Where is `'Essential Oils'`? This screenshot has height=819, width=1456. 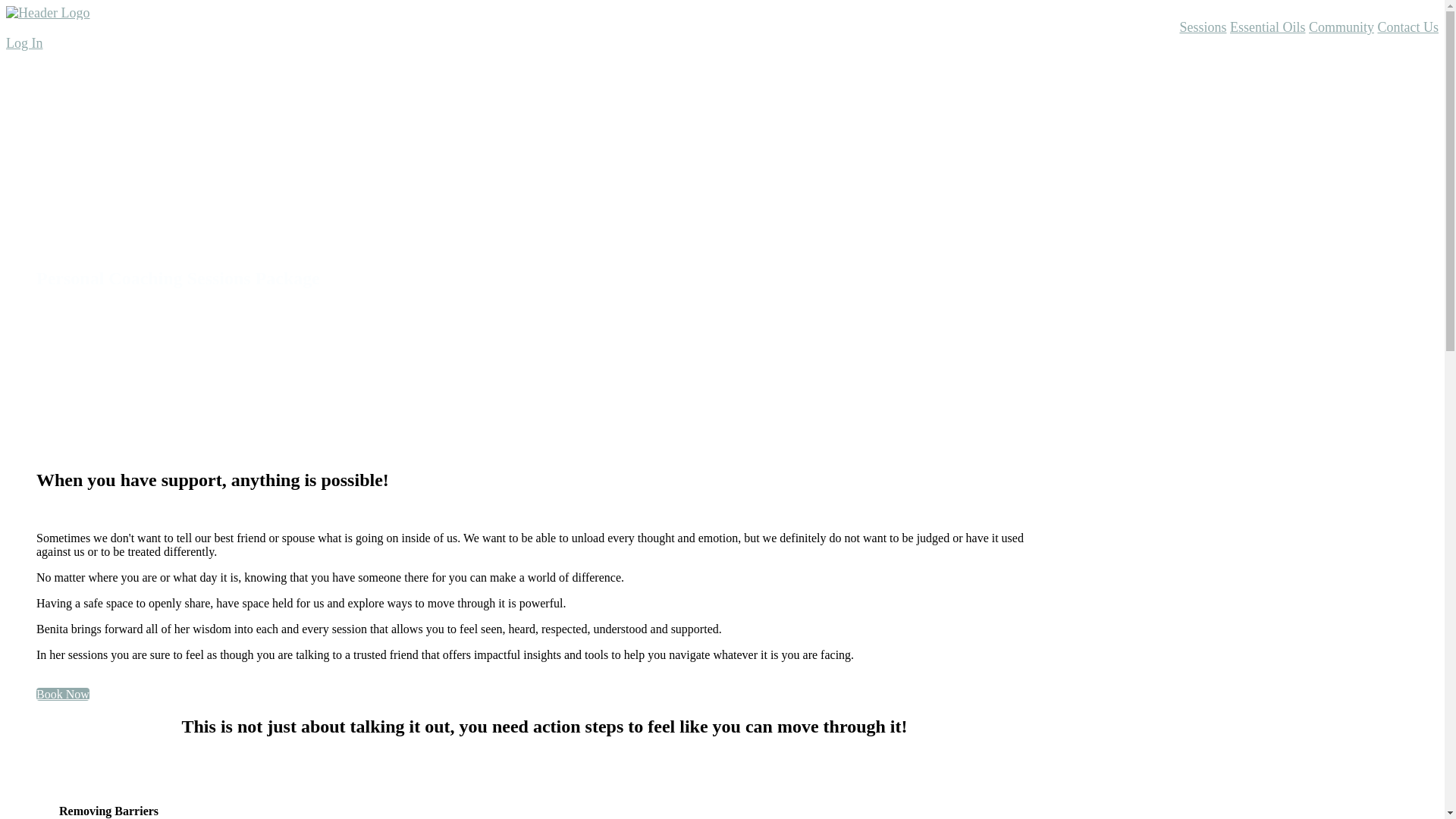
'Essential Oils' is located at coordinates (1267, 27).